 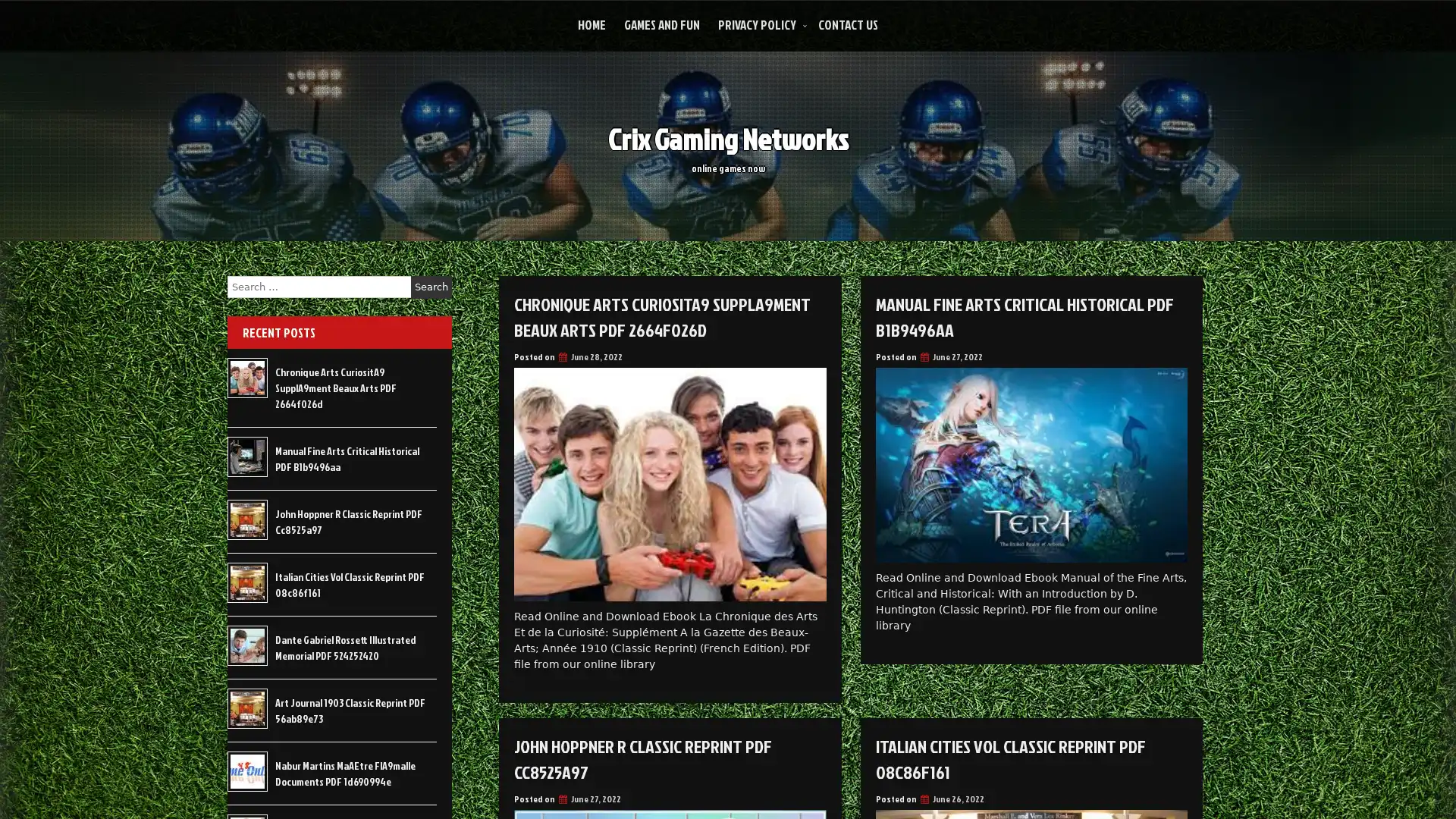 I want to click on Search, so click(x=431, y=287).